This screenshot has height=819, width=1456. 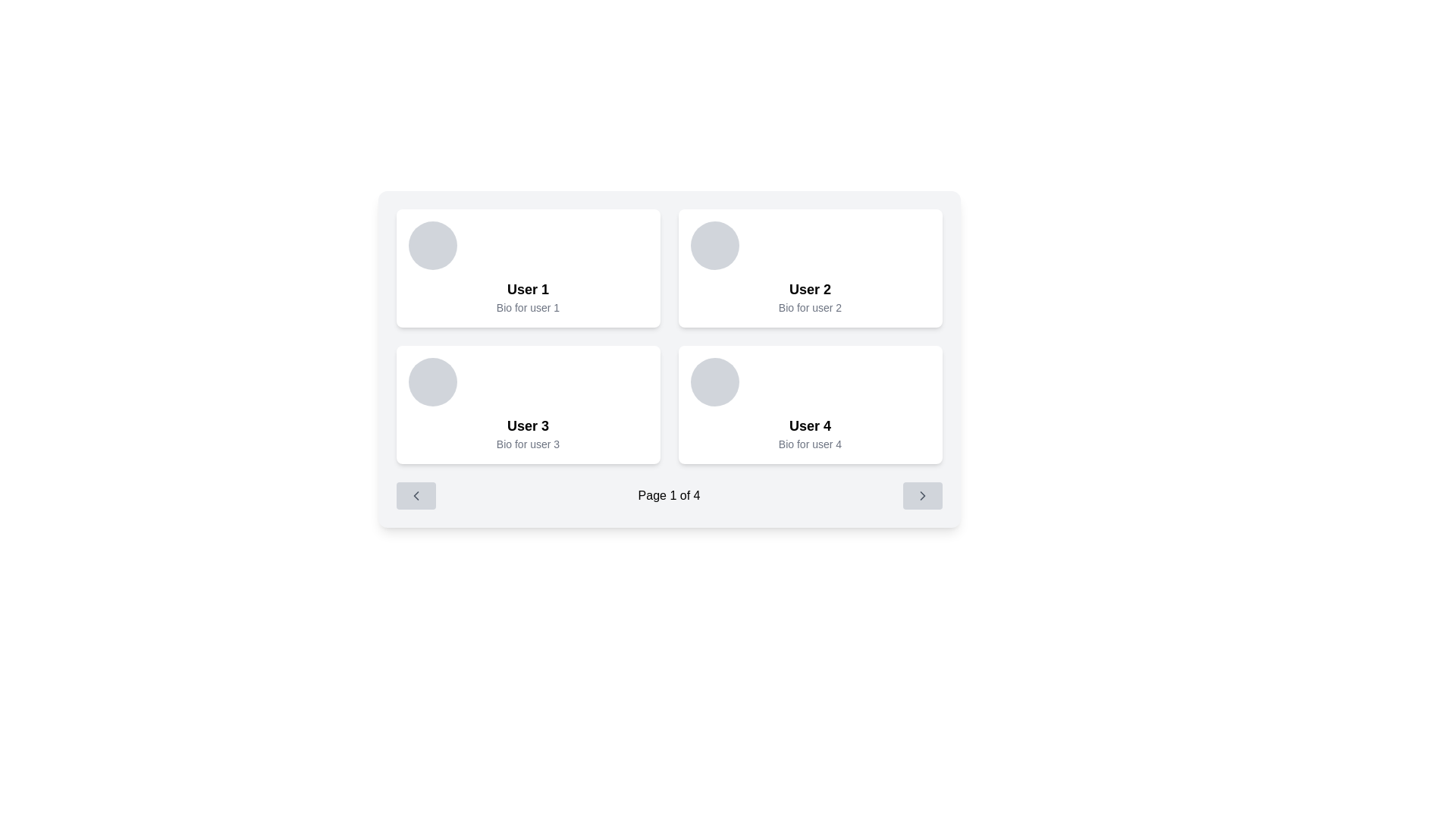 I want to click on the text label indicating the current page number and total pages in the bottom navigation bar, so click(x=668, y=496).